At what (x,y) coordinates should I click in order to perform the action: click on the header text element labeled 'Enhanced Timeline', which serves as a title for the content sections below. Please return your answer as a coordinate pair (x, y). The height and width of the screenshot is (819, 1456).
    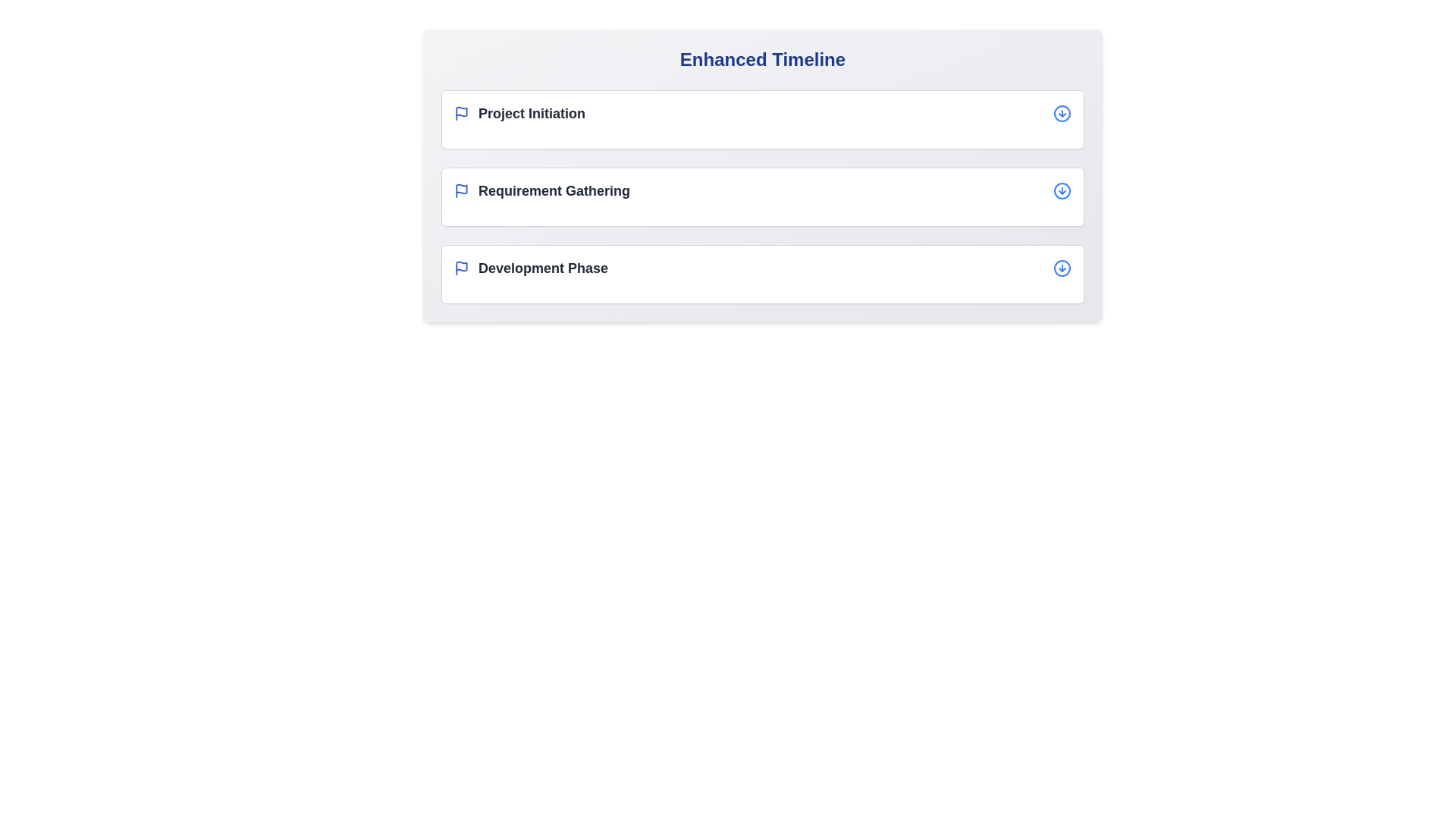
    Looking at the image, I should click on (763, 58).